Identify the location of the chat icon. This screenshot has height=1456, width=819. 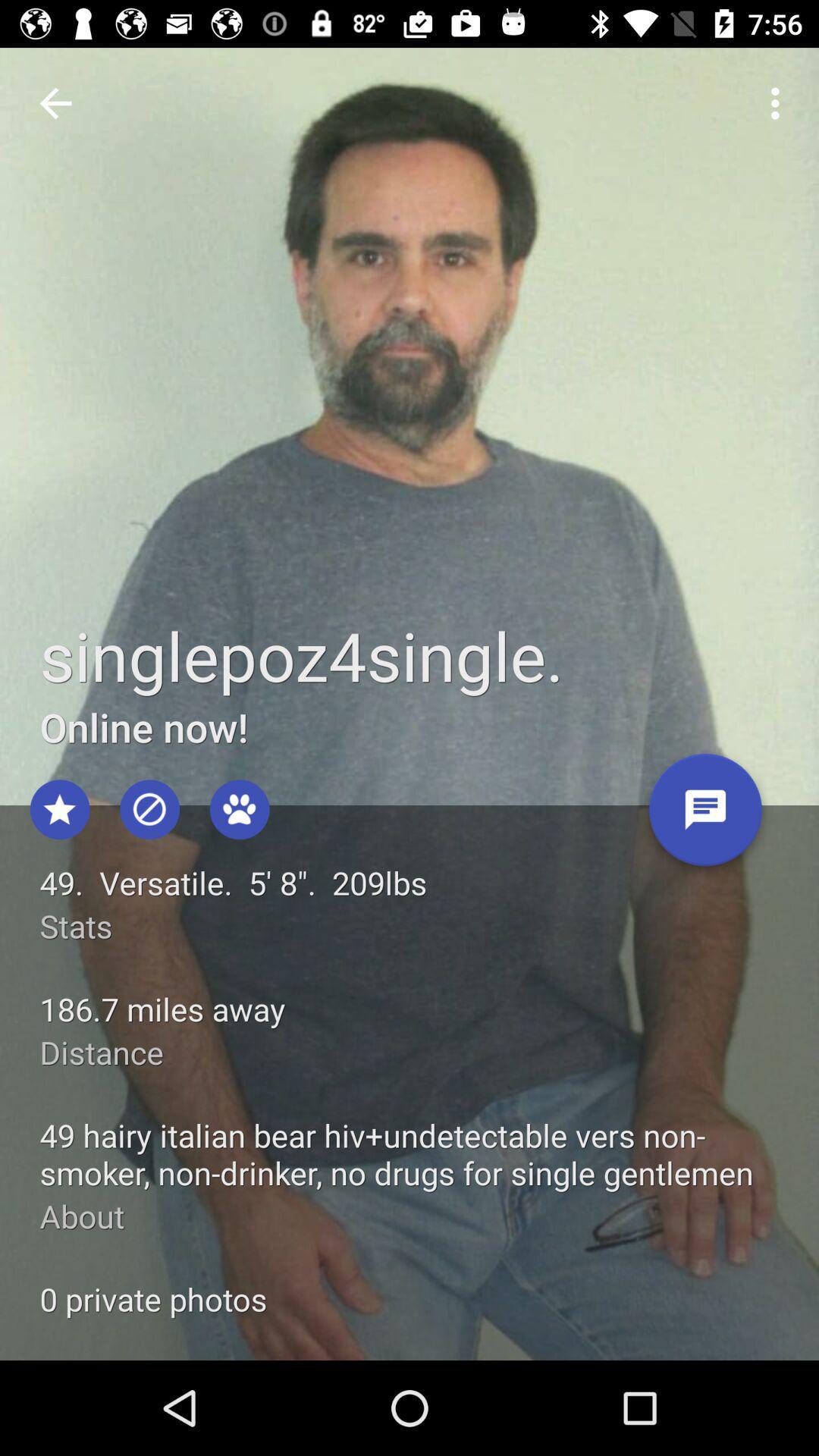
(705, 814).